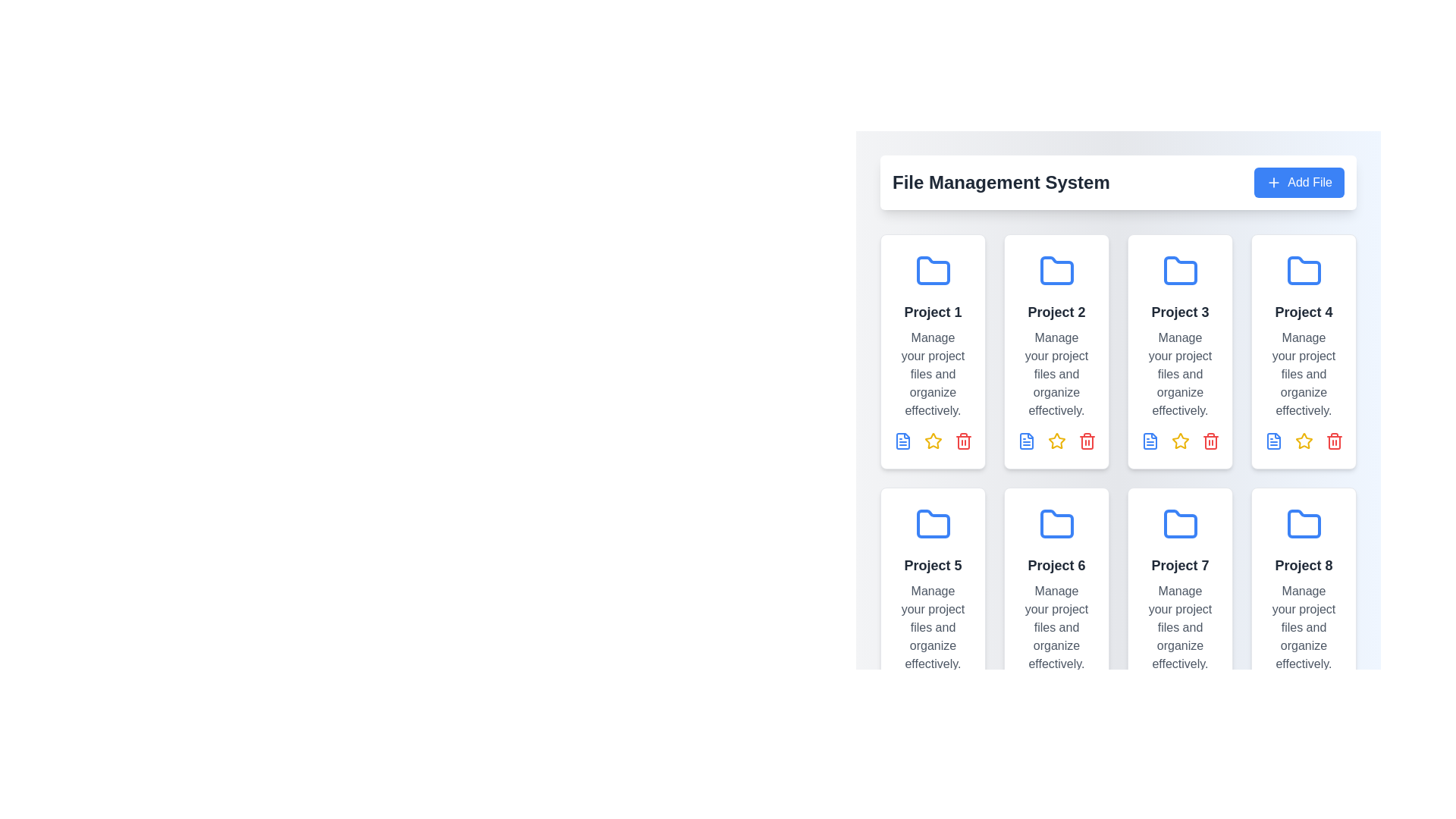  Describe the element at coordinates (902, 441) in the screenshot. I see `the small blue file icon located at the bottom-left corner of the 'Project 1' card, which is the first in a horizontal sequence of three icons` at that location.